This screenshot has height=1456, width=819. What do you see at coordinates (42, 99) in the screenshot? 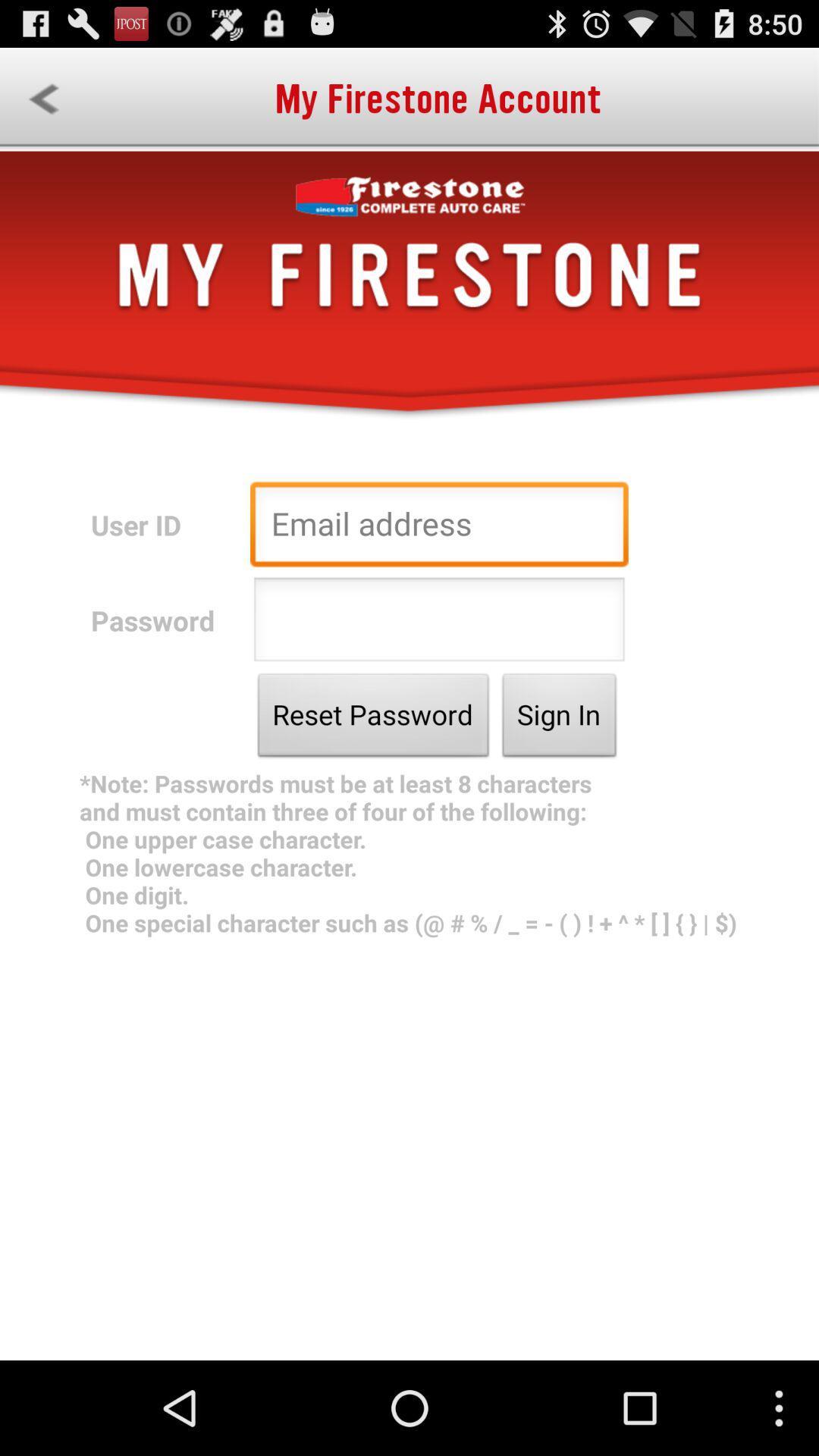
I see `the app next to my firestone account` at bounding box center [42, 99].